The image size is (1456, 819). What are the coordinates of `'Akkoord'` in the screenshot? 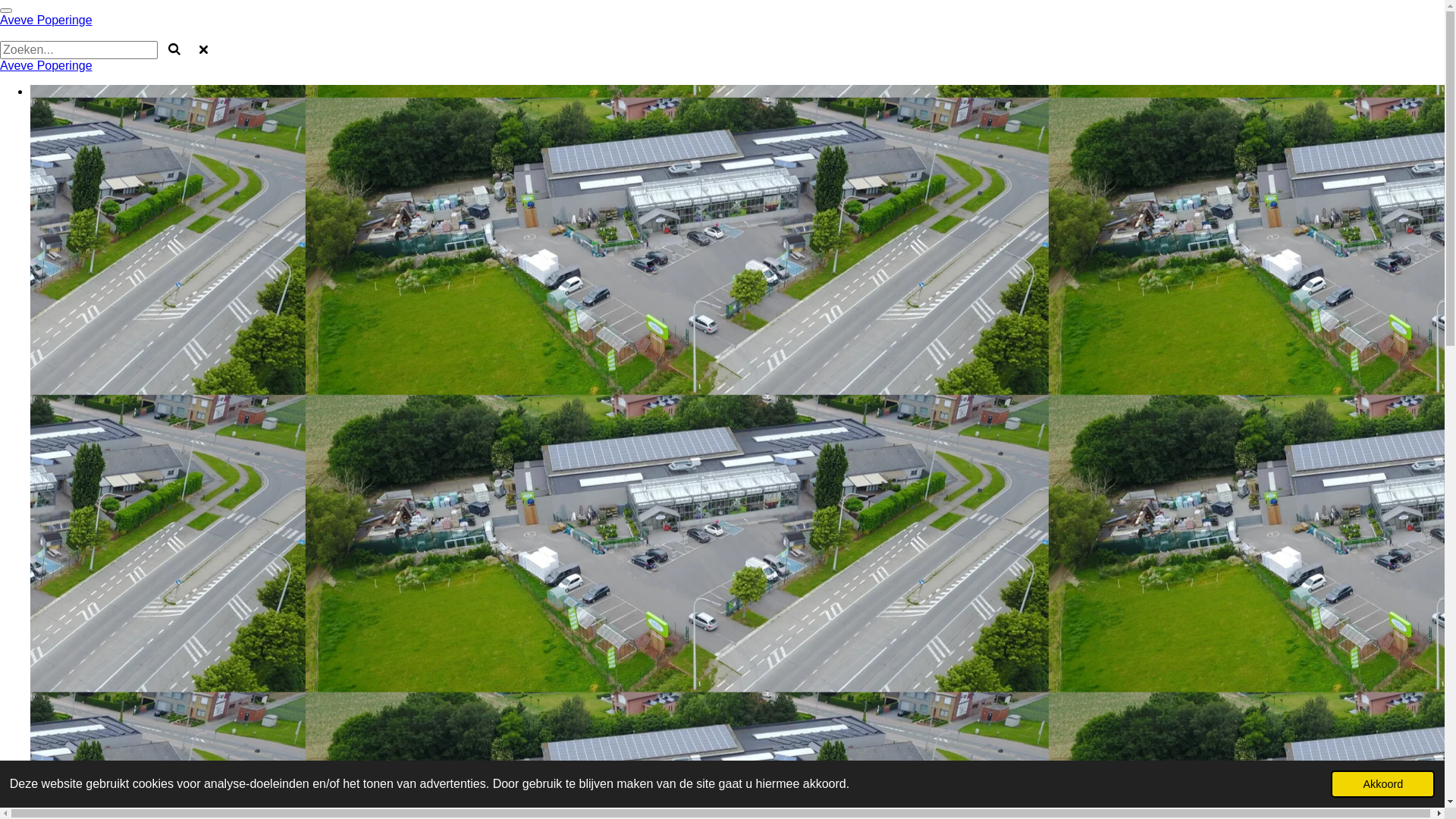 It's located at (1382, 783).